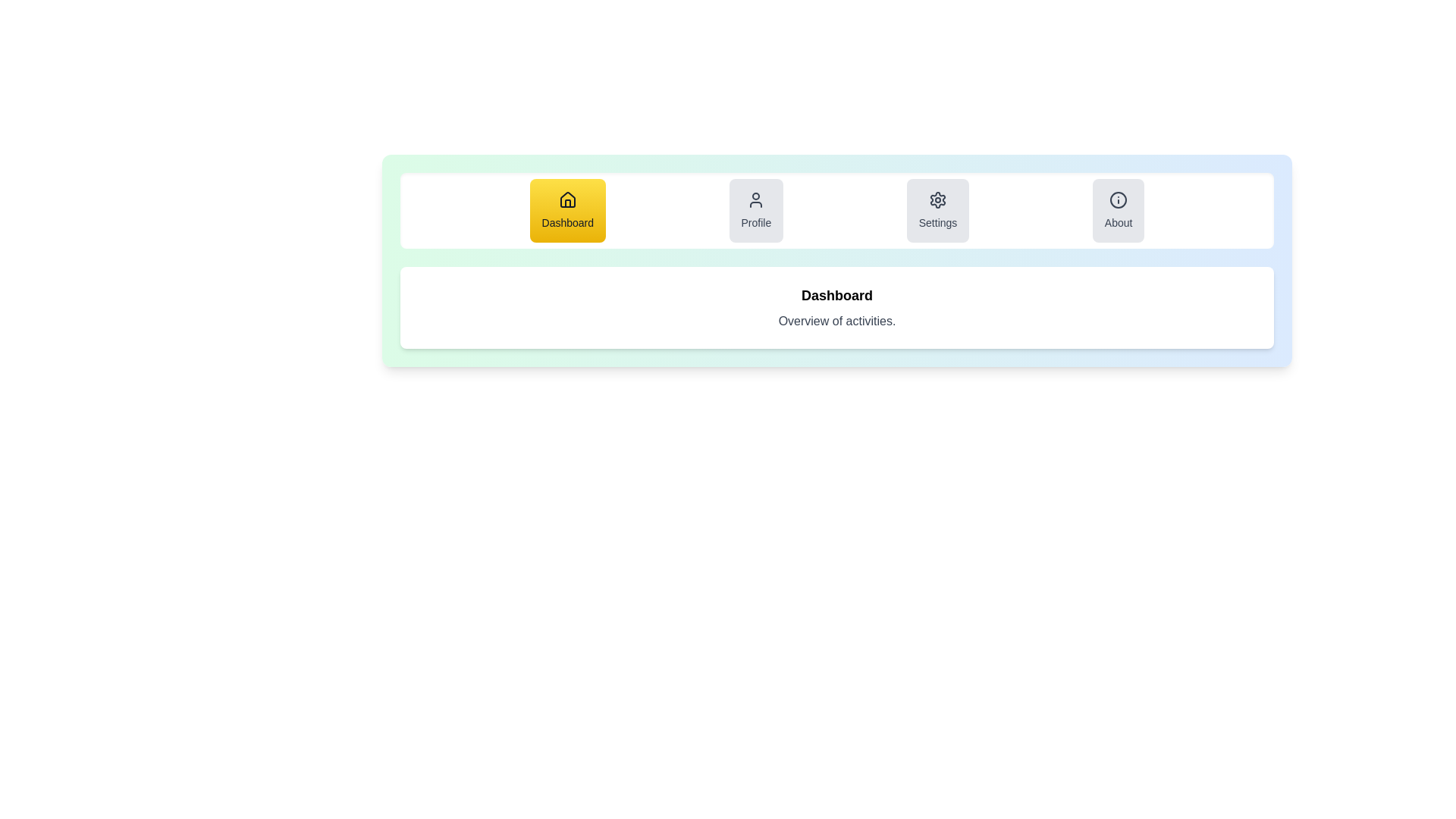 This screenshot has height=819, width=1456. Describe the element at coordinates (756, 210) in the screenshot. I see `the Profile tab by clicking on its button` at that location.